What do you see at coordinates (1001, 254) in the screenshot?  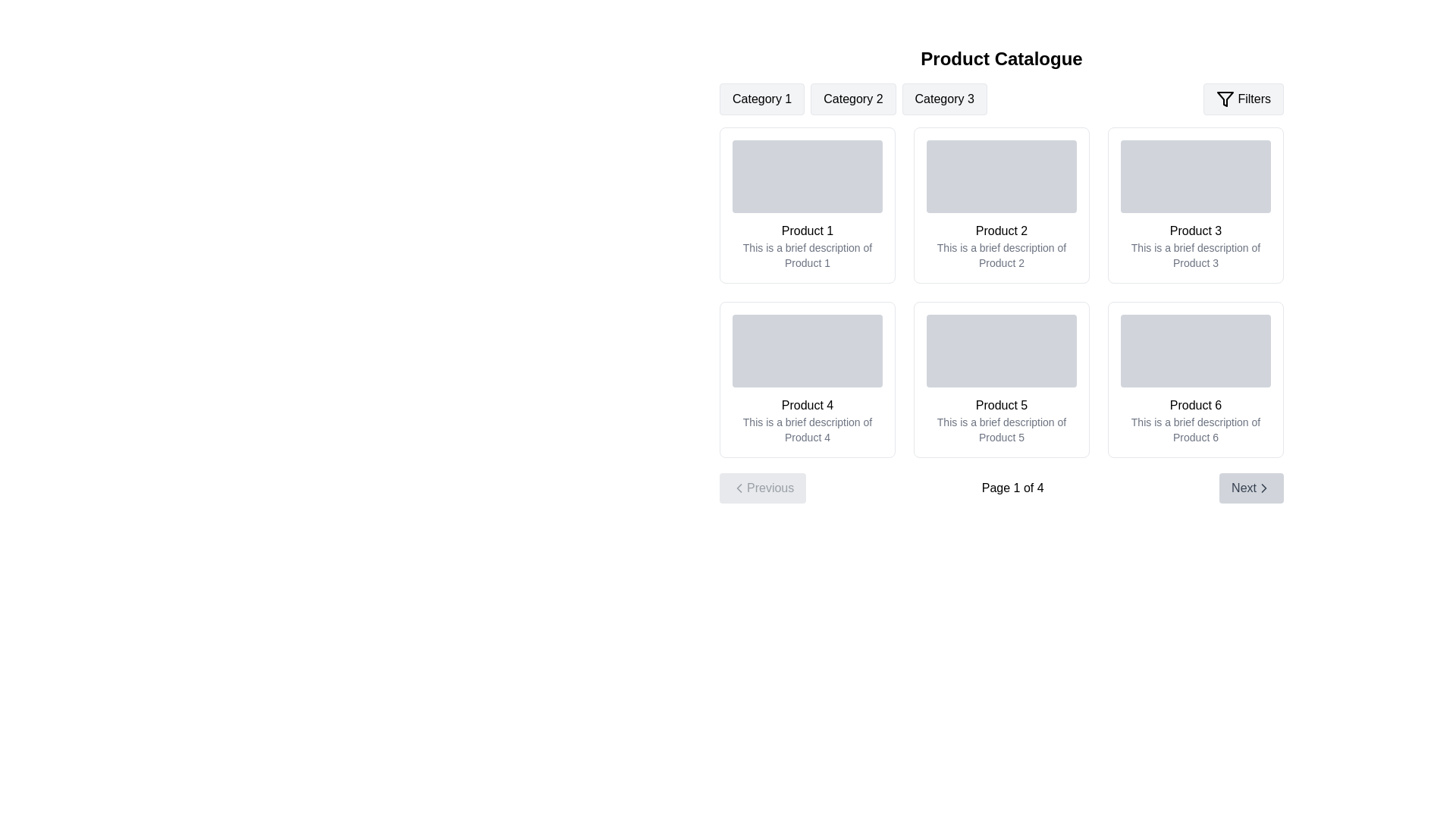 I see `the descriptive text element for 'Product 2', which is located below the product name text within the product card` at bounding box center [1001, 254].